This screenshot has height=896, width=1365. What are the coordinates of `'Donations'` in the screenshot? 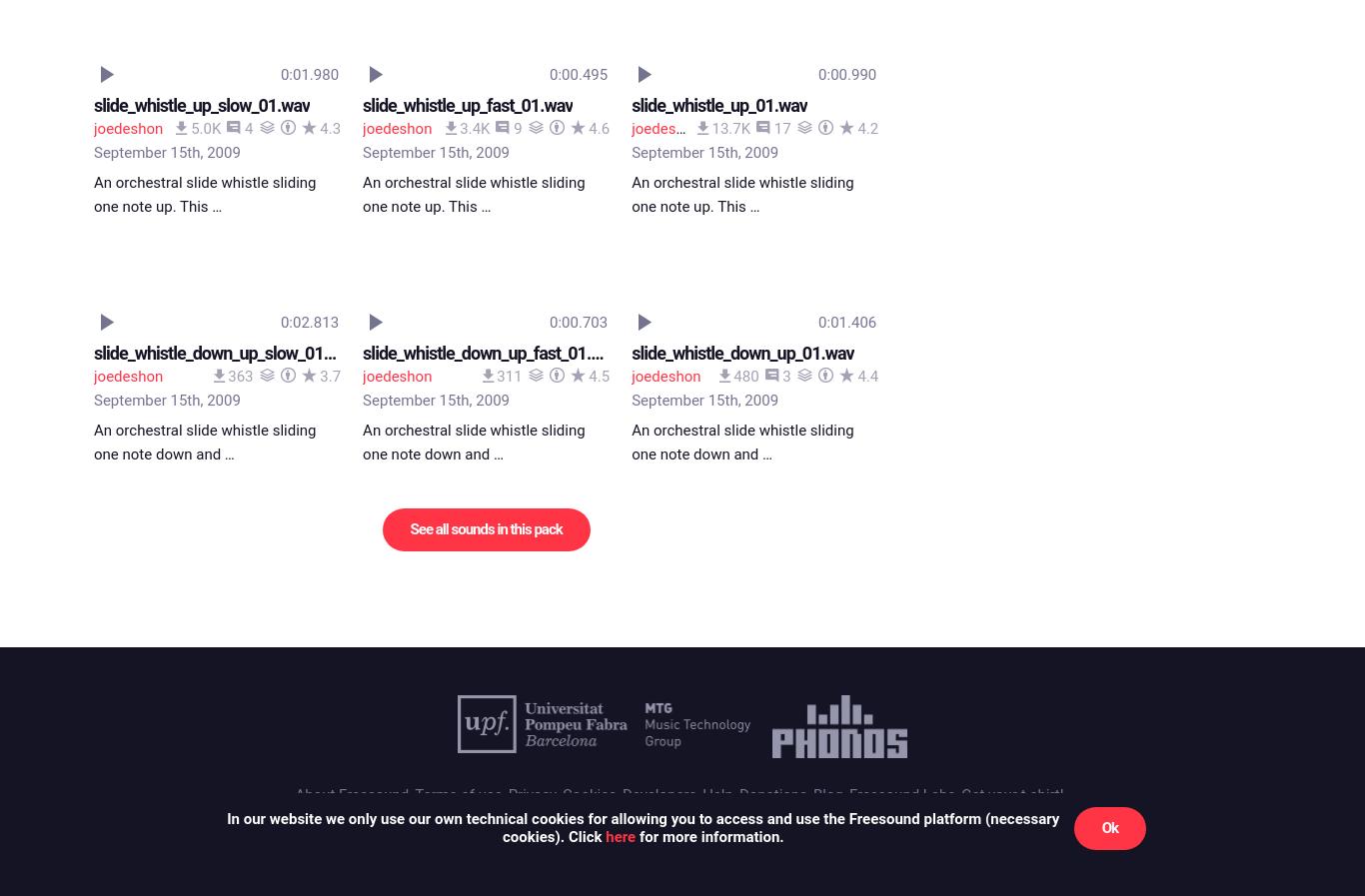 It's located at (772, 32).